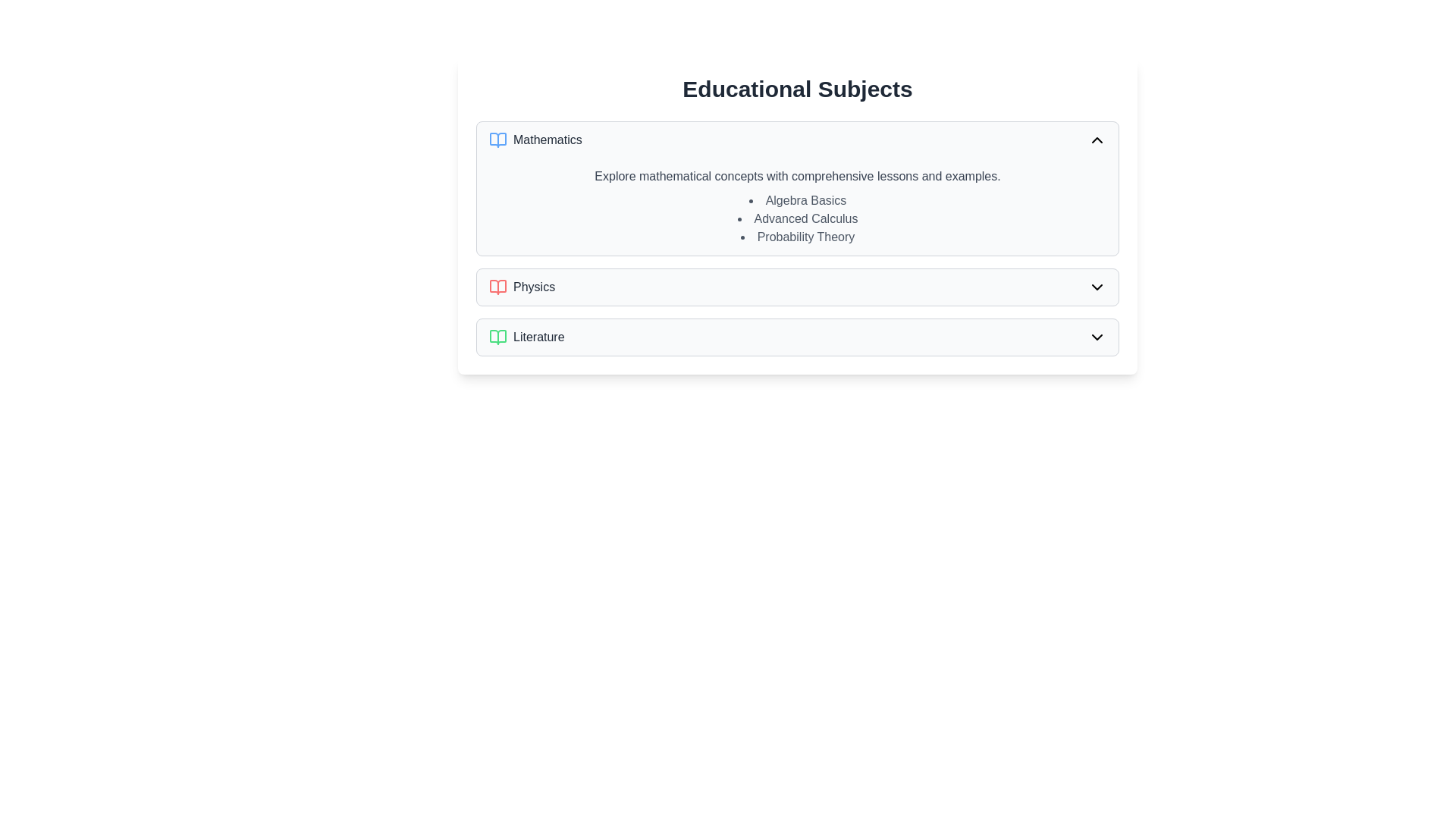 The image size is (1456, 819). What do you see at coordinates (796, 200) in the screenshot?
I see `the textual label 'Algebra Basics' which is the first item in the bullet-point list under the 'Mathematics' section` at bounding box center [796, 200].